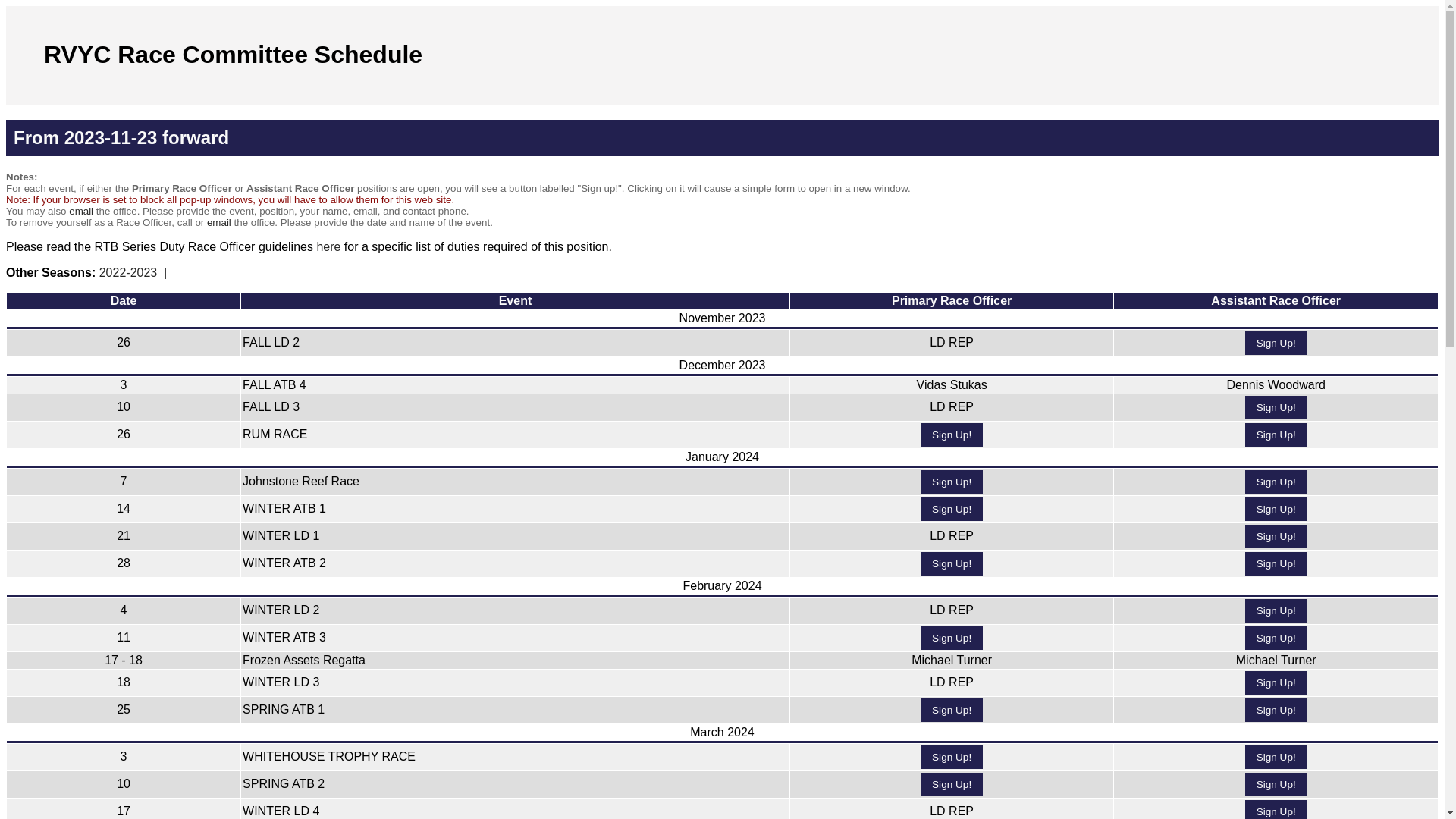 The width and height of the screenshot is (1456, 819). What do you see at coordinates (950, 482) in the screenshot?
I see `'Sign Up!'` at bounding box center [950, 482].